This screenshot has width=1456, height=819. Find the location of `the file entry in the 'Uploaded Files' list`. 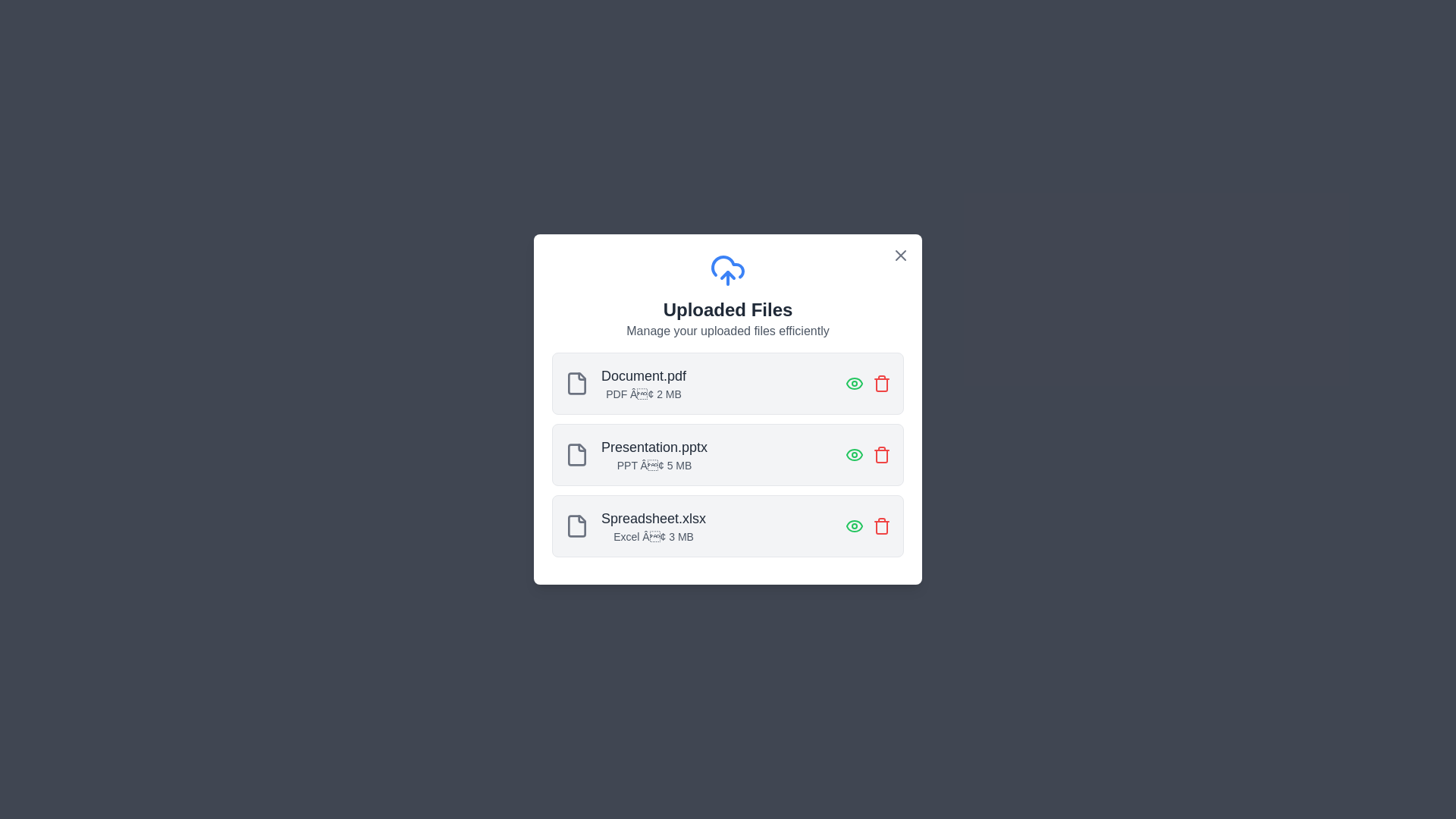

the file entry in the 'Uploaded Files' list is located at coordinates (728, 454).